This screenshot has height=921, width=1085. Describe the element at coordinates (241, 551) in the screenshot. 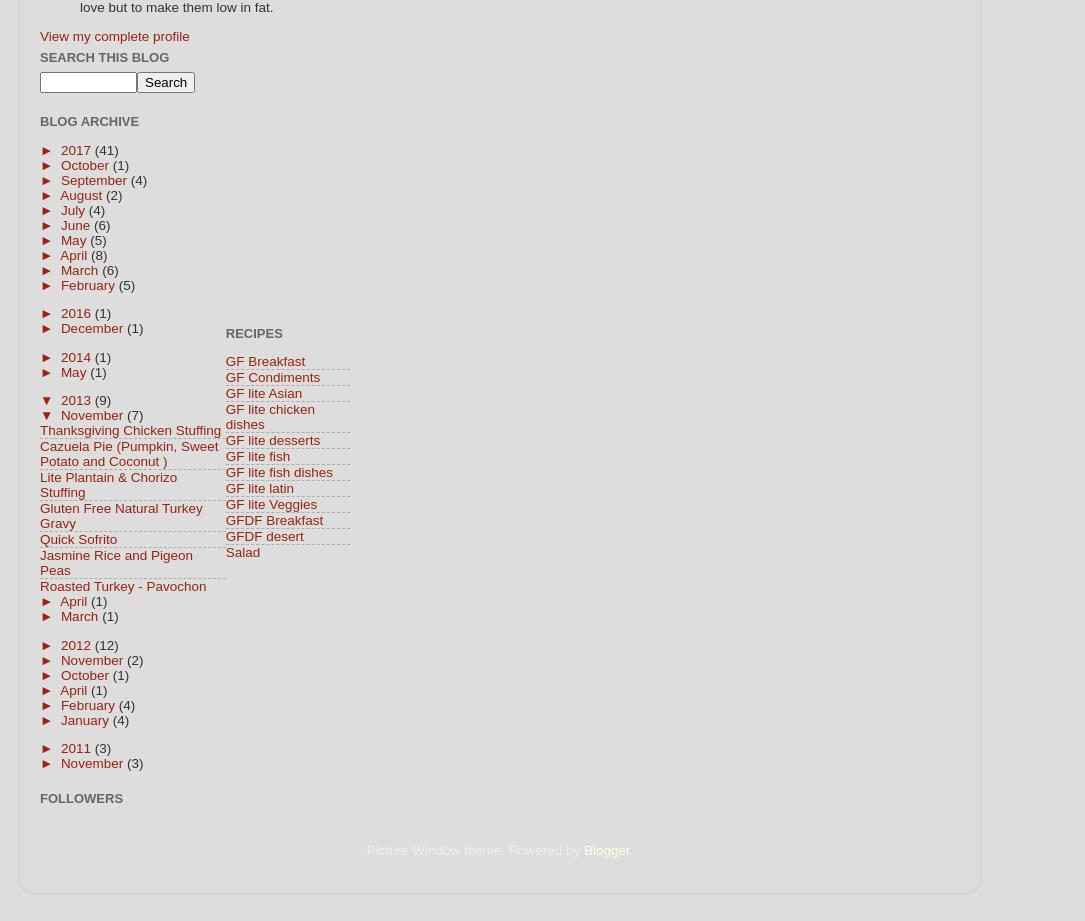

I see `'Salad'` at that location.